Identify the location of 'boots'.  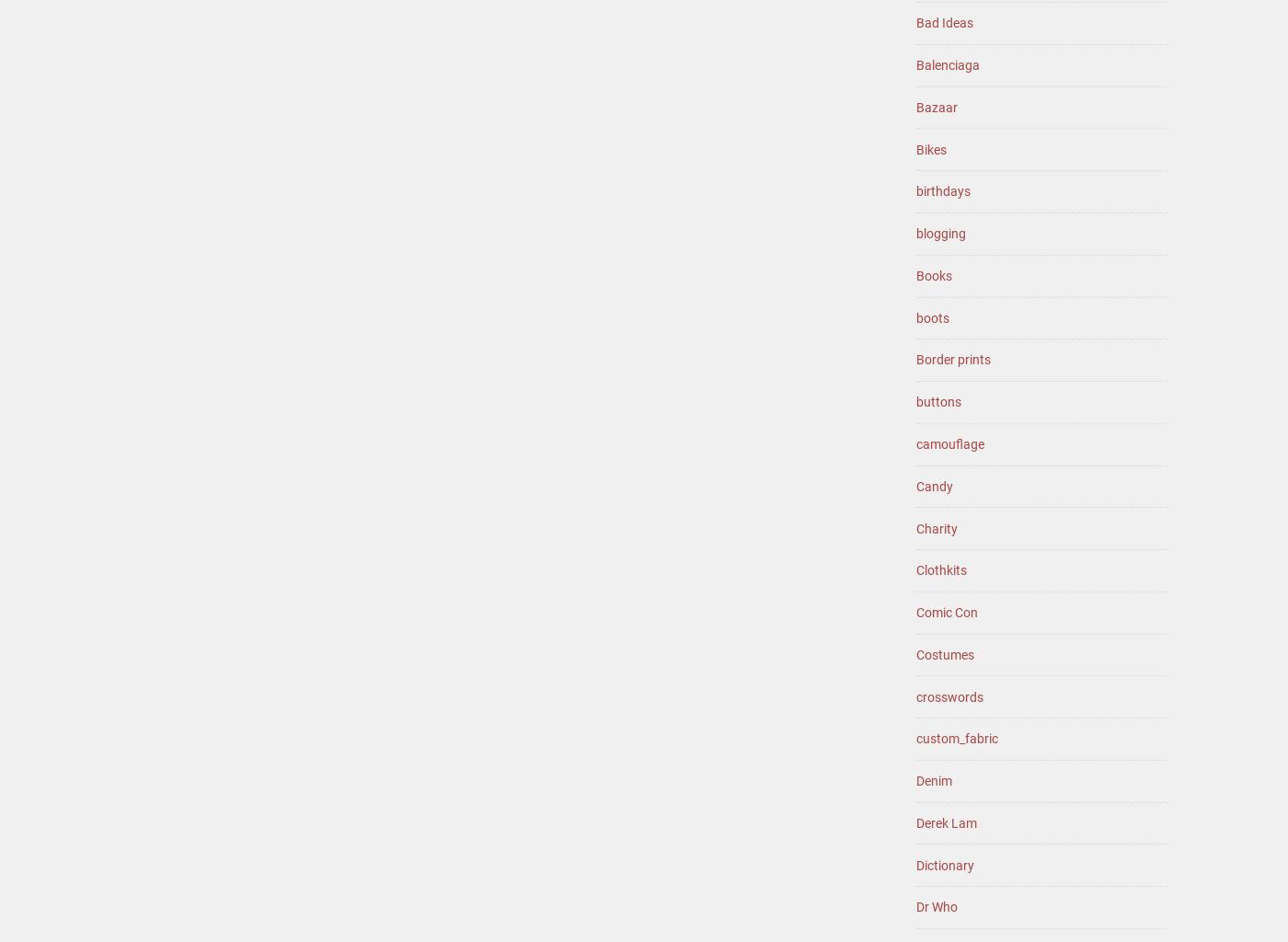
(933, 316).